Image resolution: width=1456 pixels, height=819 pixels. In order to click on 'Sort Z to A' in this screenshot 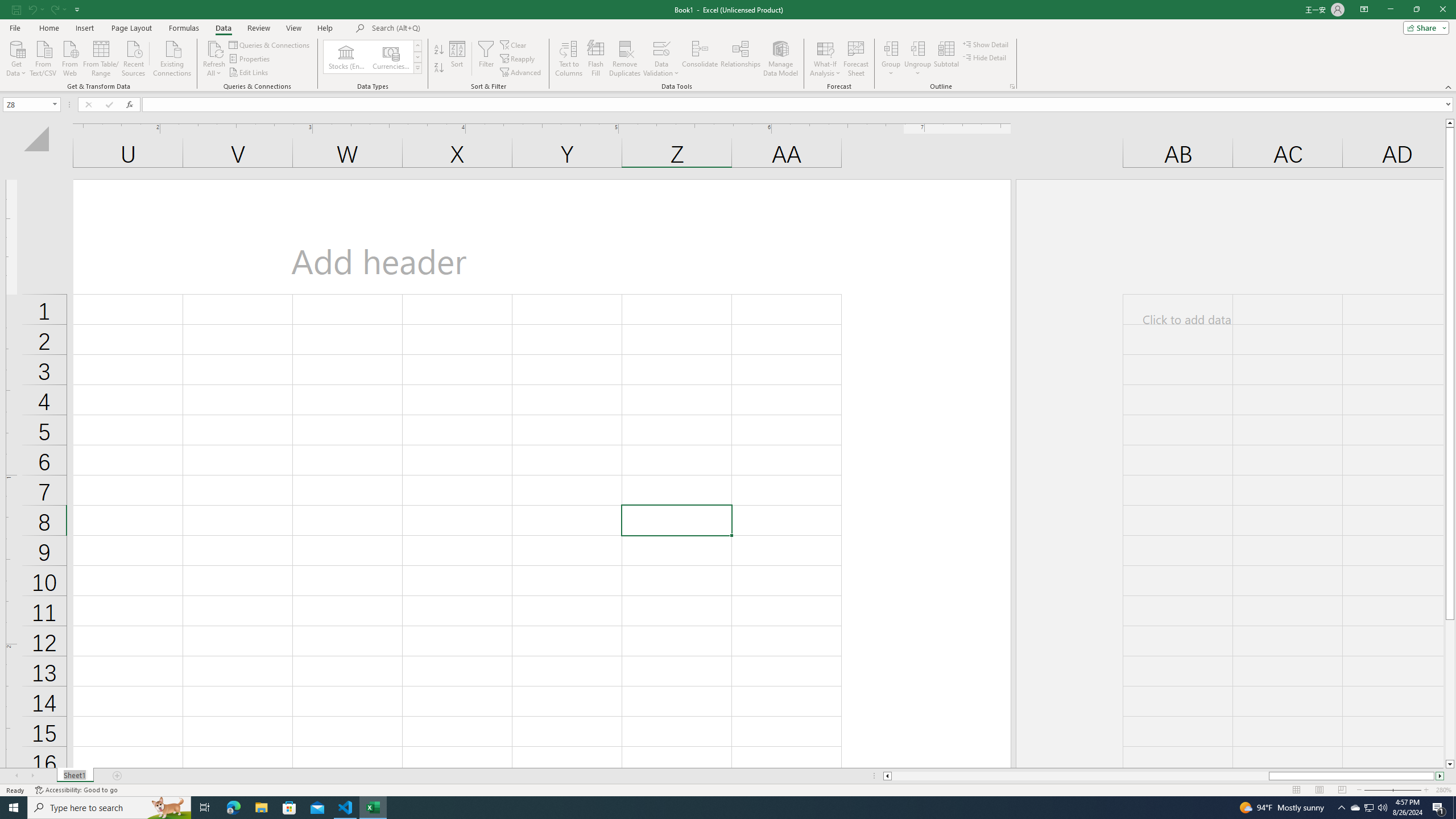, I will do `click(438, 67)`.